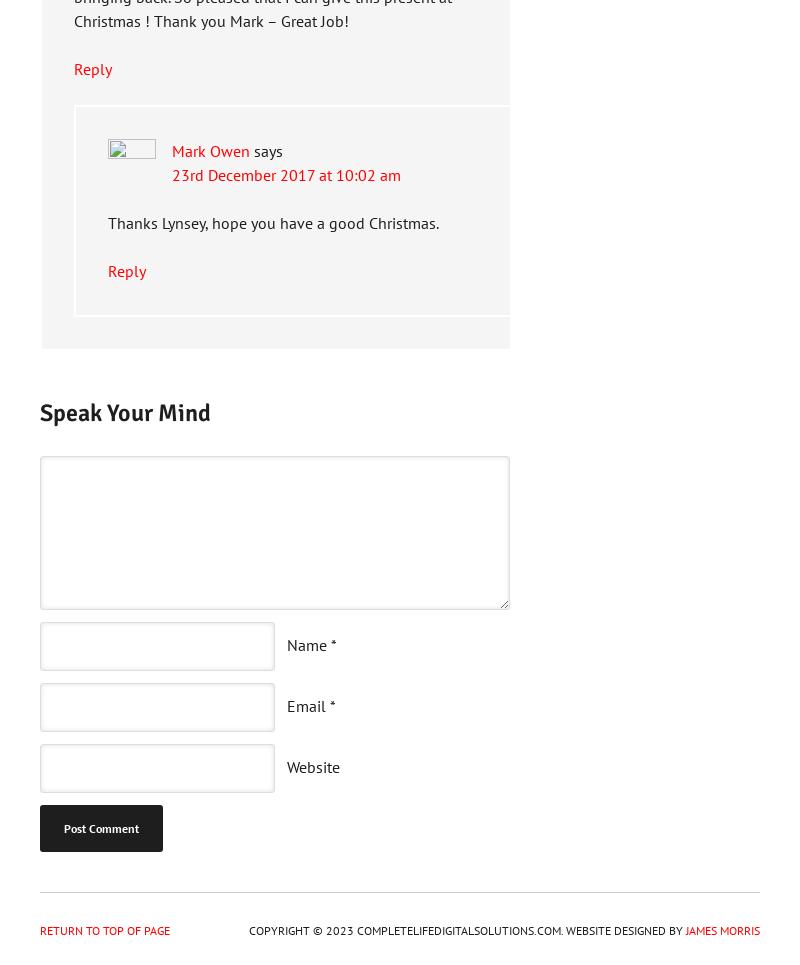 Image resolution: width=800 pixels, height=965 pixels. Describe the element at coordinates (467, 930) in the screenshot. I see `'Copyright © 2023 CompleteLifeDigitalSolutions.com.  Website designed by'` at that location.